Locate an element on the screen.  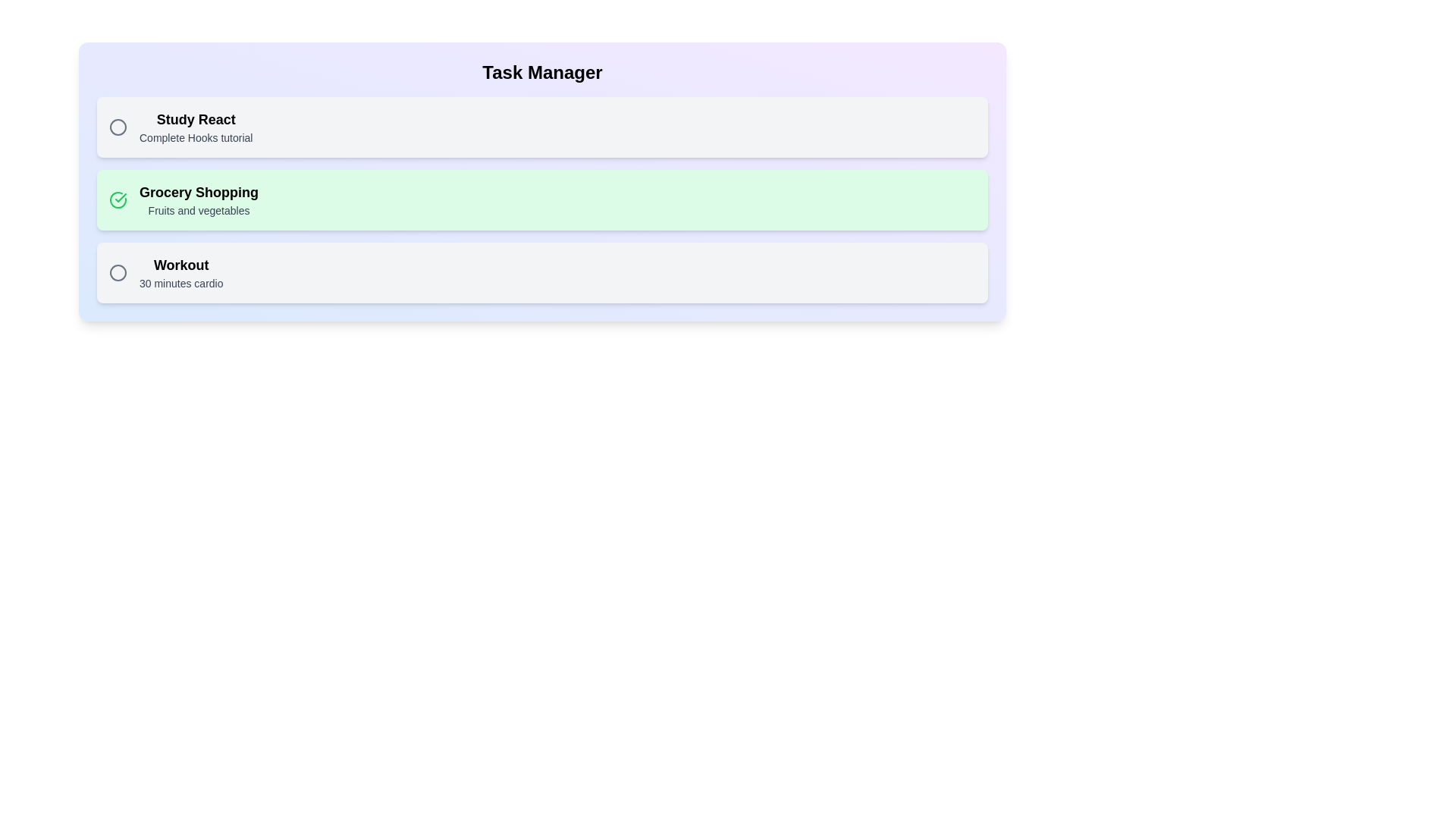
the Circular Interactive Icon is located at coordinates (118, 271).